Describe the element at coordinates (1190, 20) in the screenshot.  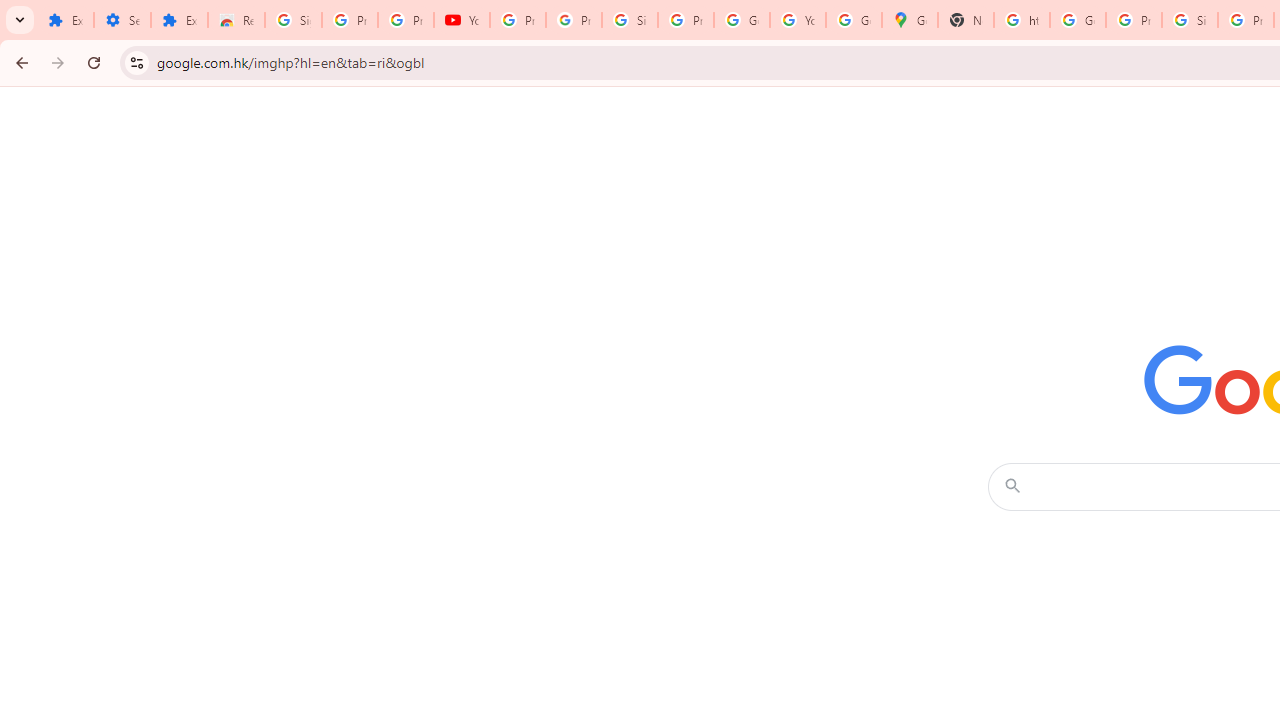
I see `'Sign in - Google Accounts'` at that location.